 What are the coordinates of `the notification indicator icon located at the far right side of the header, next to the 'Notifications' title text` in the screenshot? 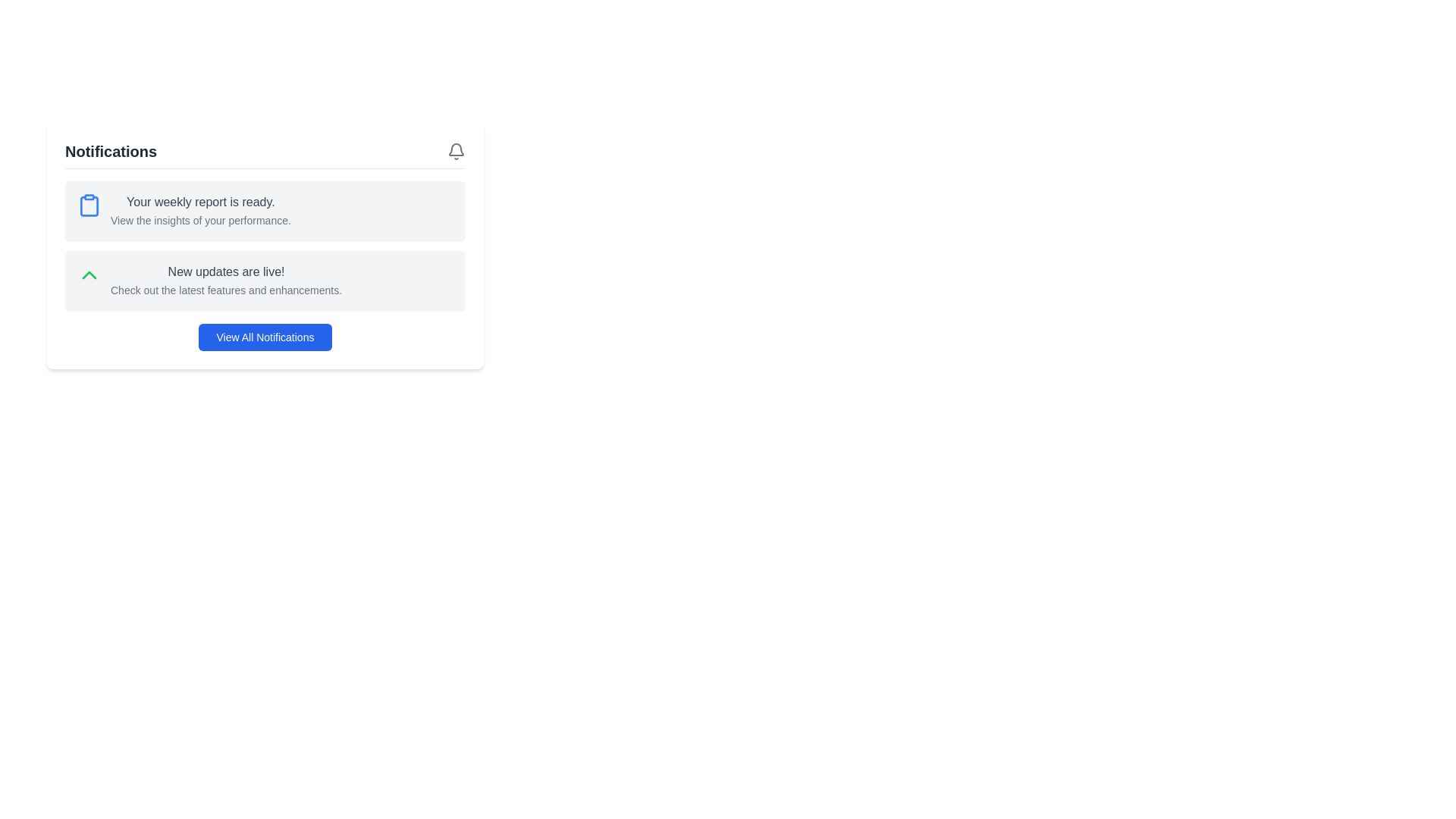 It's located at (455, 152).